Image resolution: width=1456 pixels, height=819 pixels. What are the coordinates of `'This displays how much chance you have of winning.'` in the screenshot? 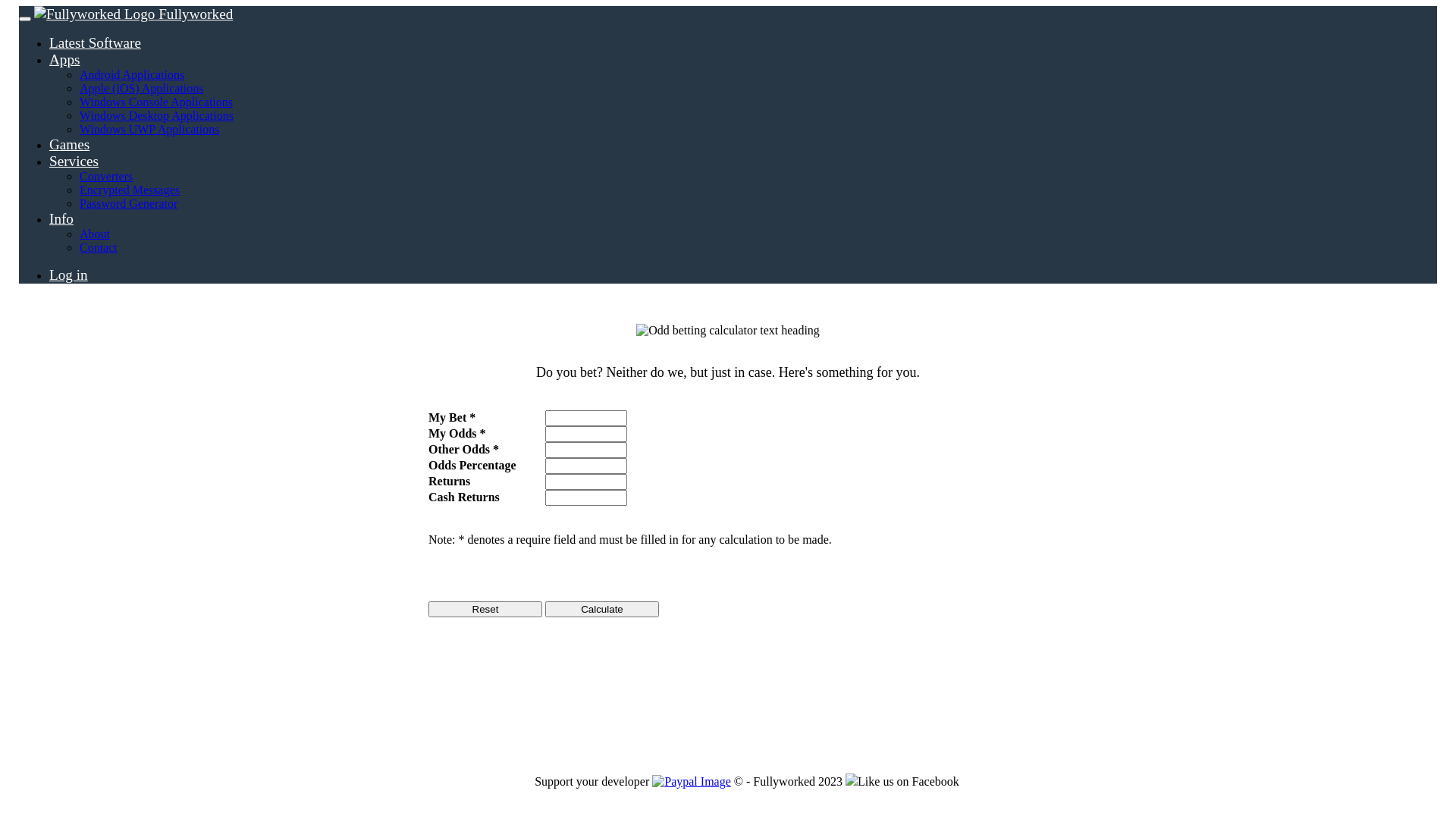 It's located at (585, 465).